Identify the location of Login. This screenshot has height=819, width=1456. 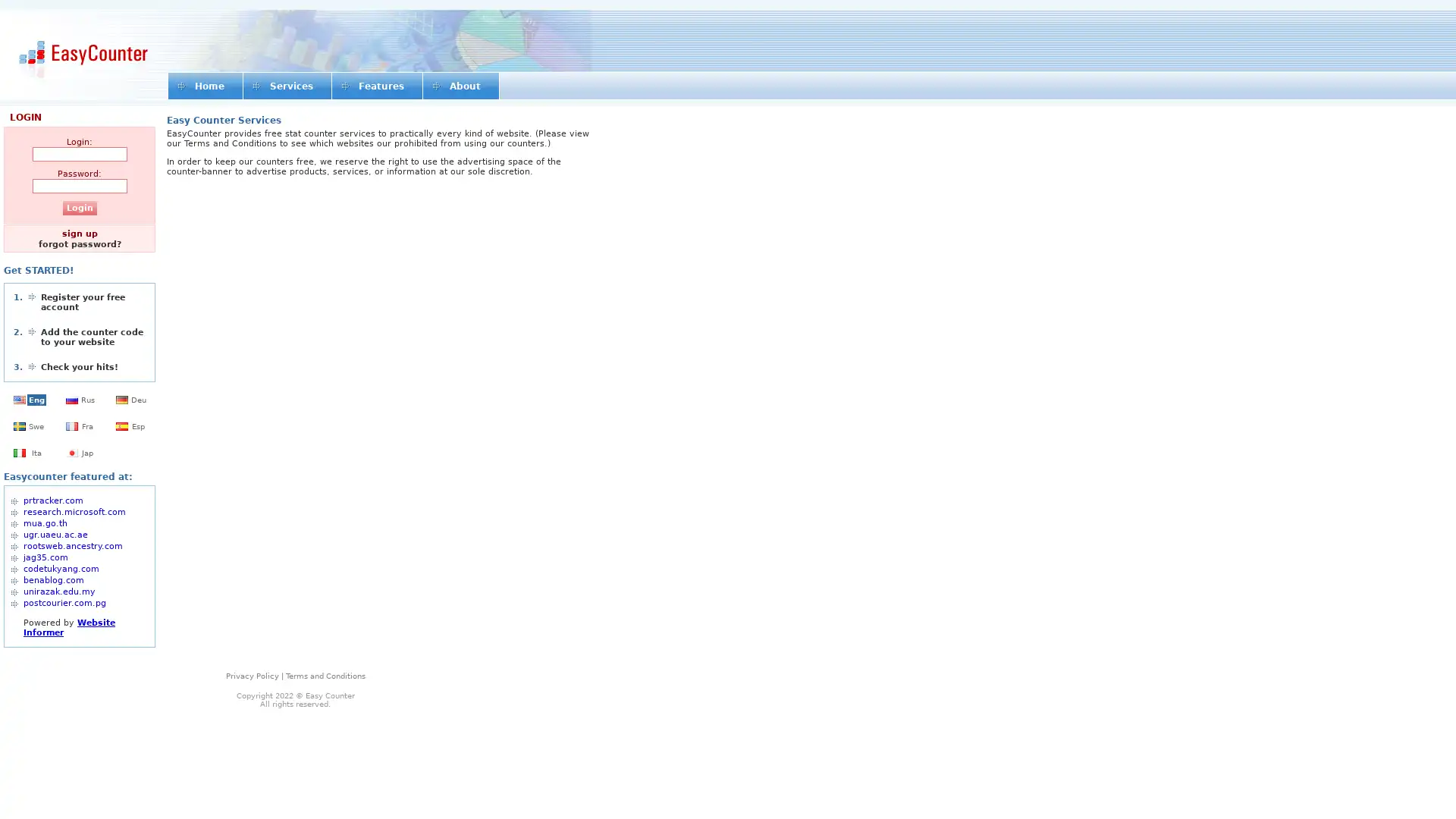
(78, 208).